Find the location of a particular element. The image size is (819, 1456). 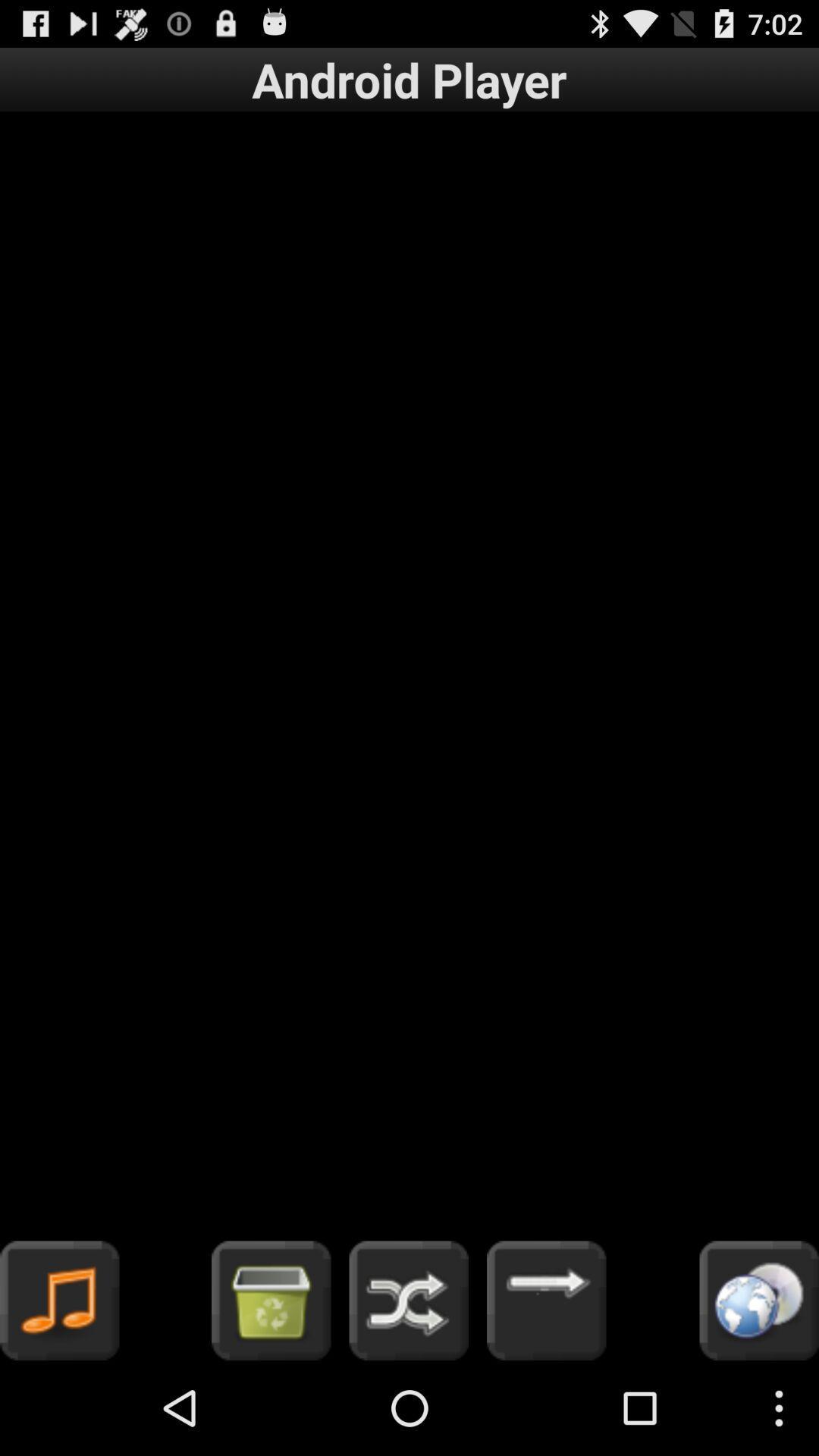

the item at the center is located at coordinates (409, 675).